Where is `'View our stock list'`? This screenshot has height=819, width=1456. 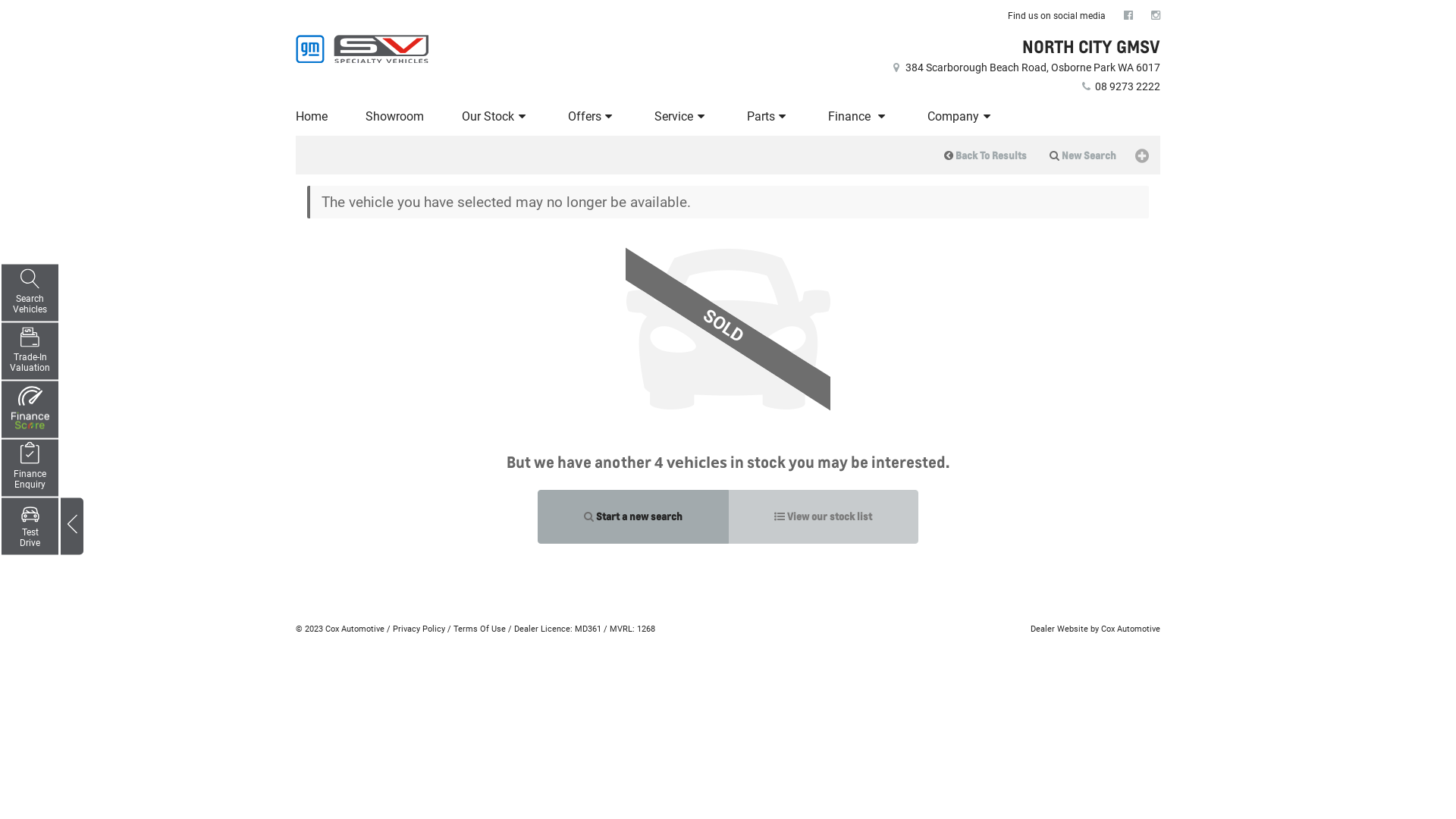
'View our stock list' is located at coordinates (822, 516).